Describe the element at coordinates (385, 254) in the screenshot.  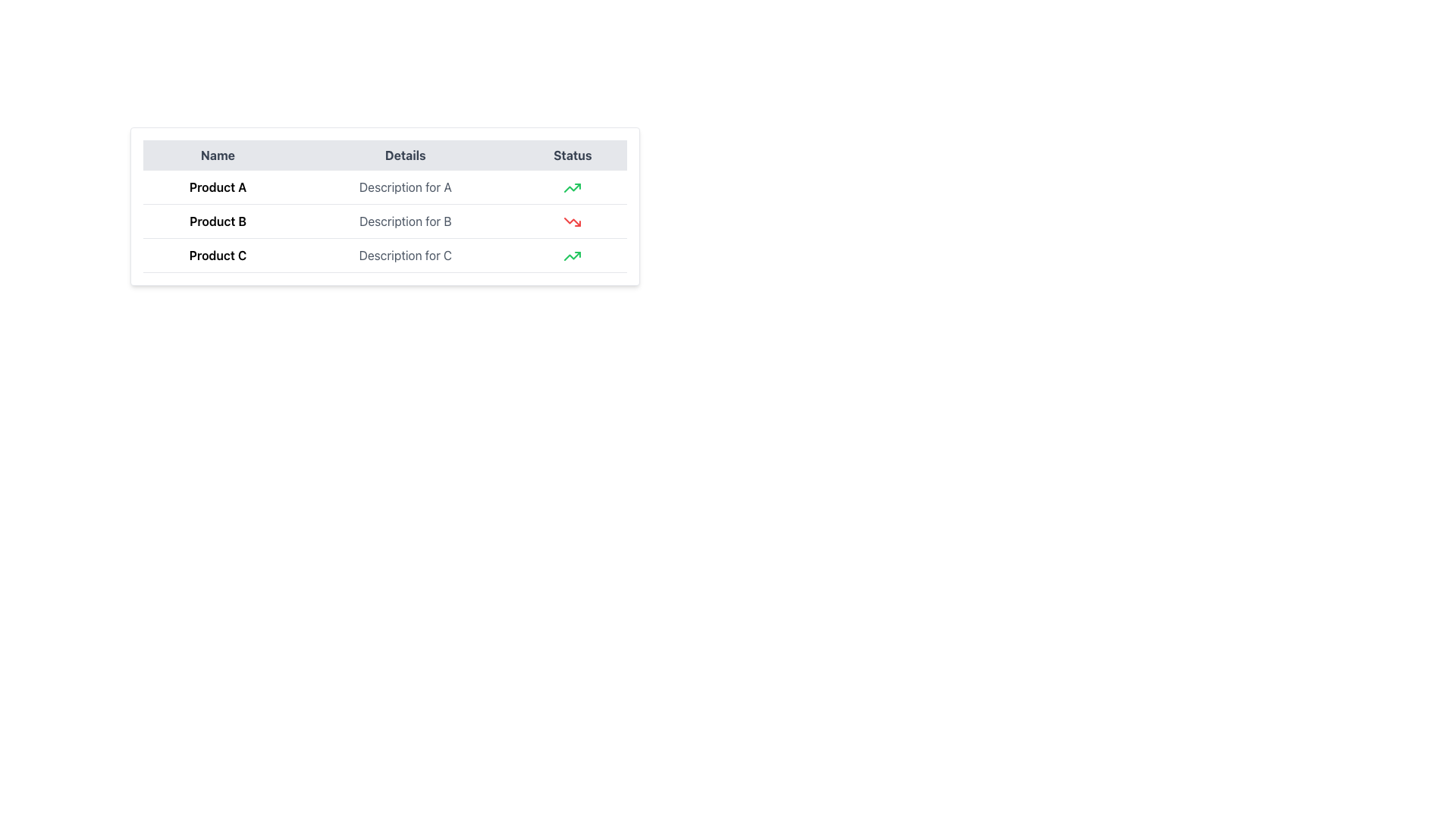
I see `the table row displaying information about 'Product C', which is the third row in the table below 'Product A' and 'Product B'` at that location.